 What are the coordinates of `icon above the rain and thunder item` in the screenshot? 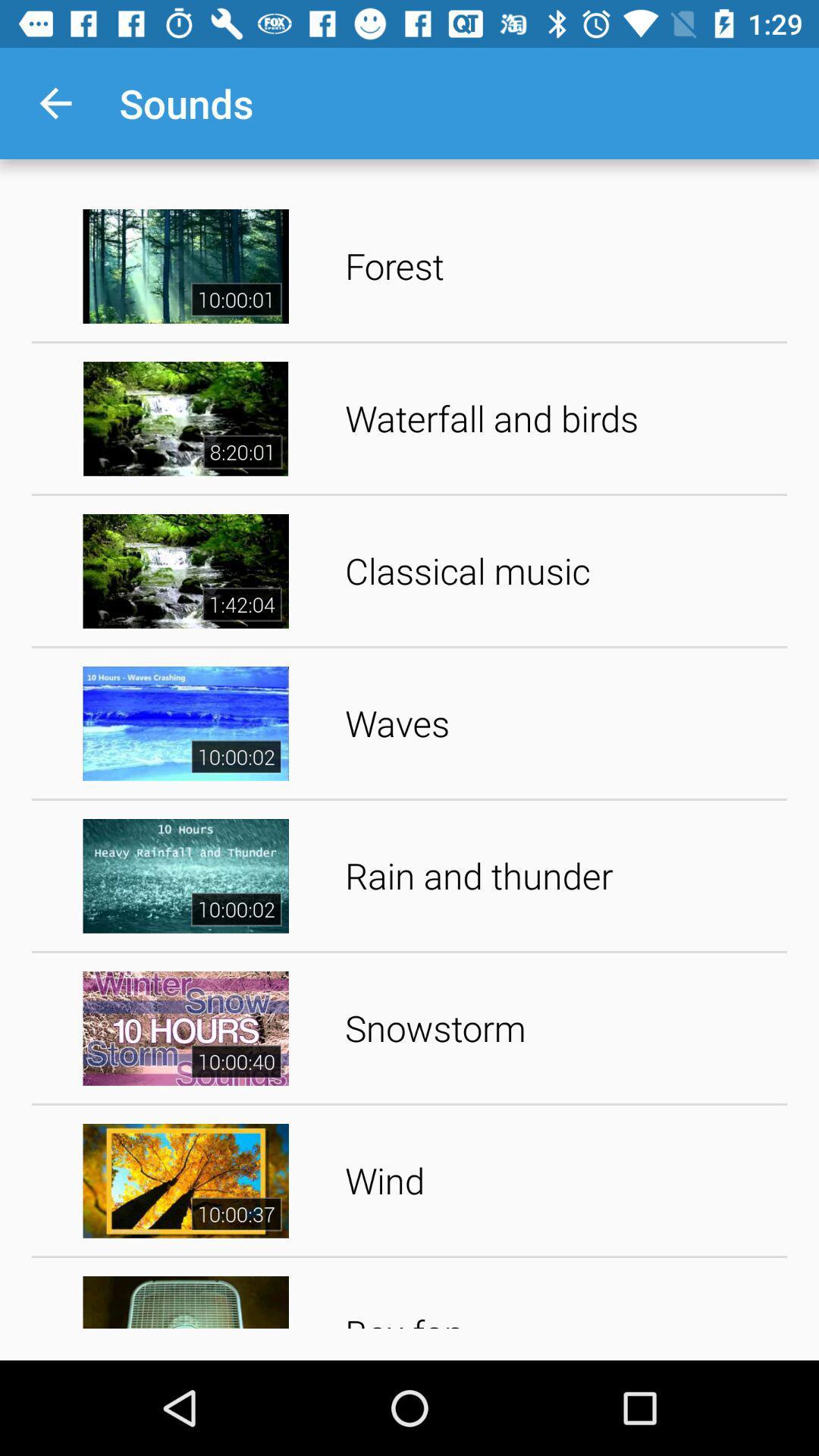 It's located at (560, 723).